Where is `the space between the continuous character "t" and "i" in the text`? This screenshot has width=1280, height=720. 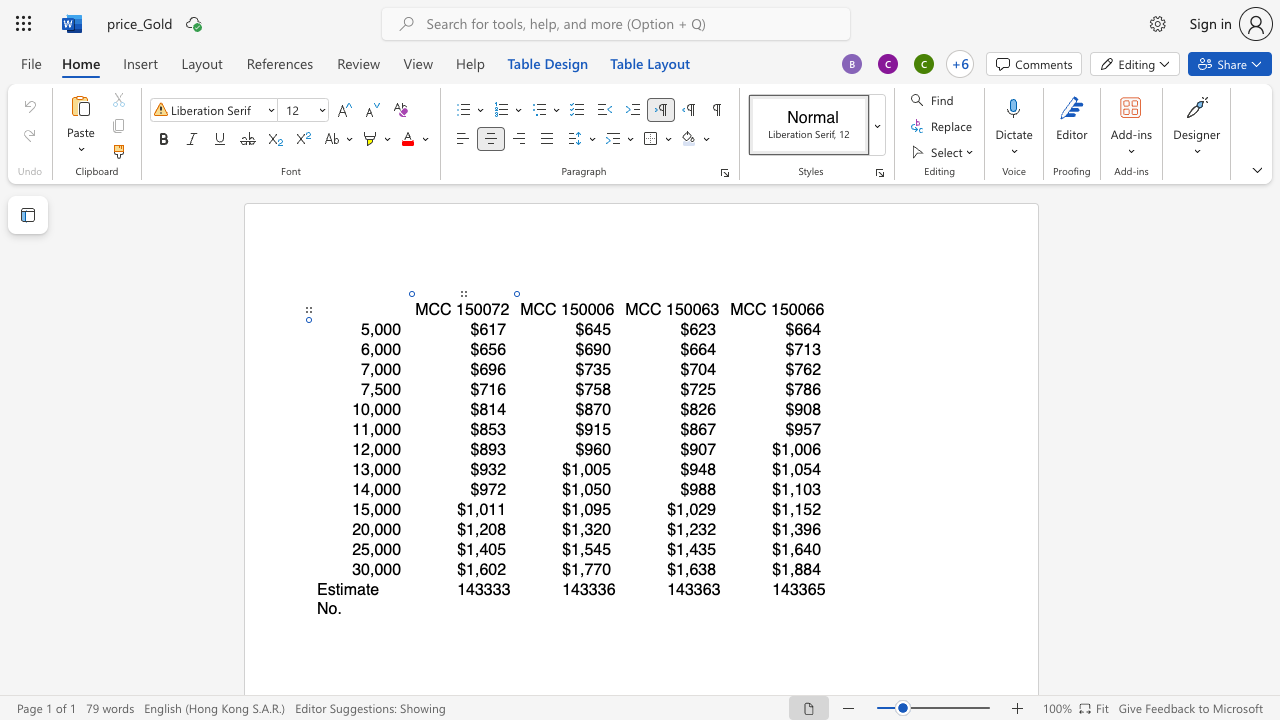 the space between the continuous character "t" and "i" in the text is located at coordinates (339, 588).